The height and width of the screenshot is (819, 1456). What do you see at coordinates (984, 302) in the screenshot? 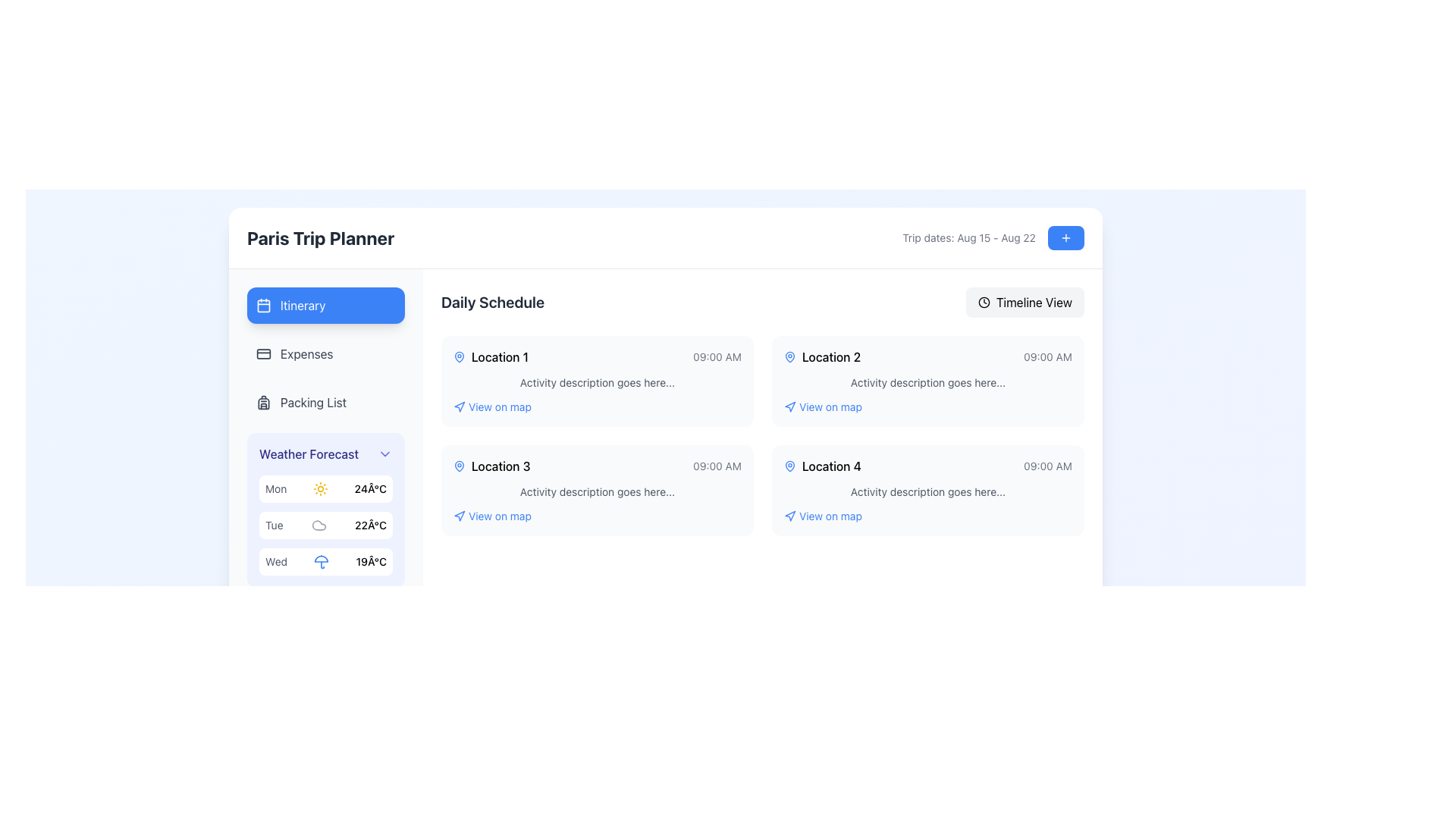
I see `the circle element that represents the clock icon, located in the top-right section of the interface adjacent to the 'Timeline View' button` at bounding box center [984, 302].